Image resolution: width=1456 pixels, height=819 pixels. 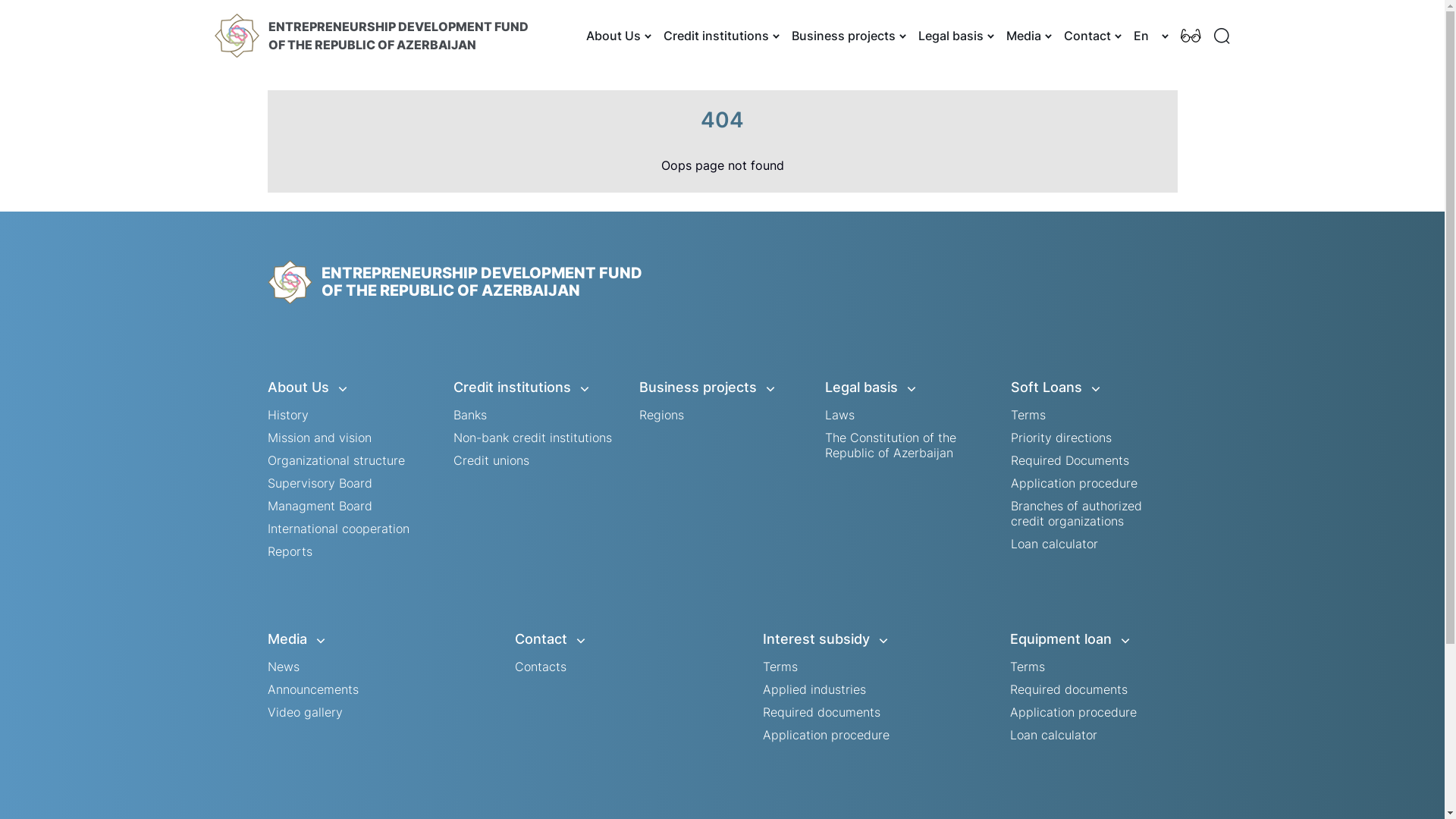 What do you see at coordinates (312, 689) in the screenshot?
I see `'Announcements'` at bounding box center [312, 689].